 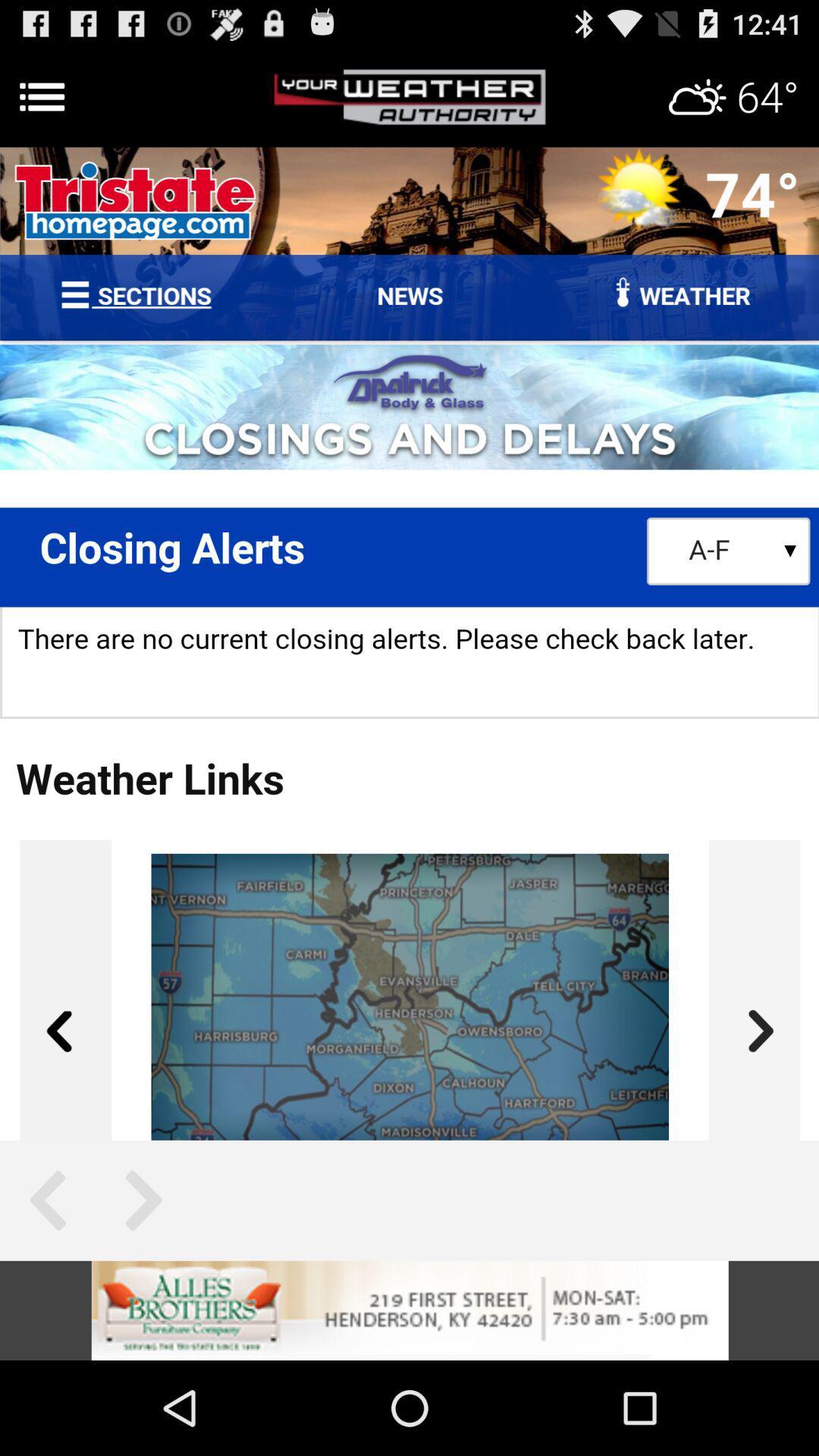 What do you see at coordinates (409, 1310) in the screenshot?
I see `advertisement link` at bounding box center [409, 1310].